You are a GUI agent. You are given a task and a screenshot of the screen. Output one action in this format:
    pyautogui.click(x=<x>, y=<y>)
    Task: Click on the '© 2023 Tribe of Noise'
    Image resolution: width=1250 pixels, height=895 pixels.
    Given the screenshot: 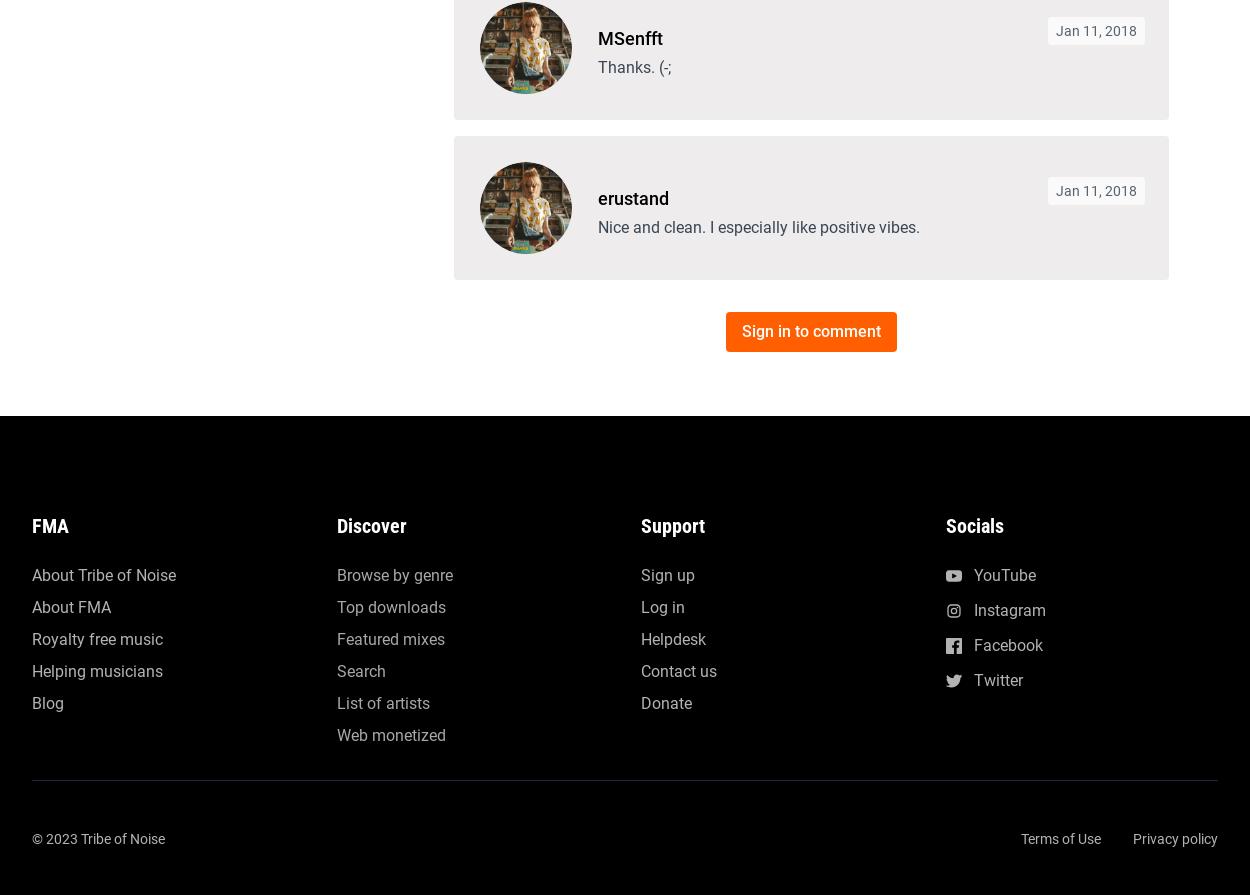 What is the action you would take?
    pyautogui.click(x=97, y=202)
    